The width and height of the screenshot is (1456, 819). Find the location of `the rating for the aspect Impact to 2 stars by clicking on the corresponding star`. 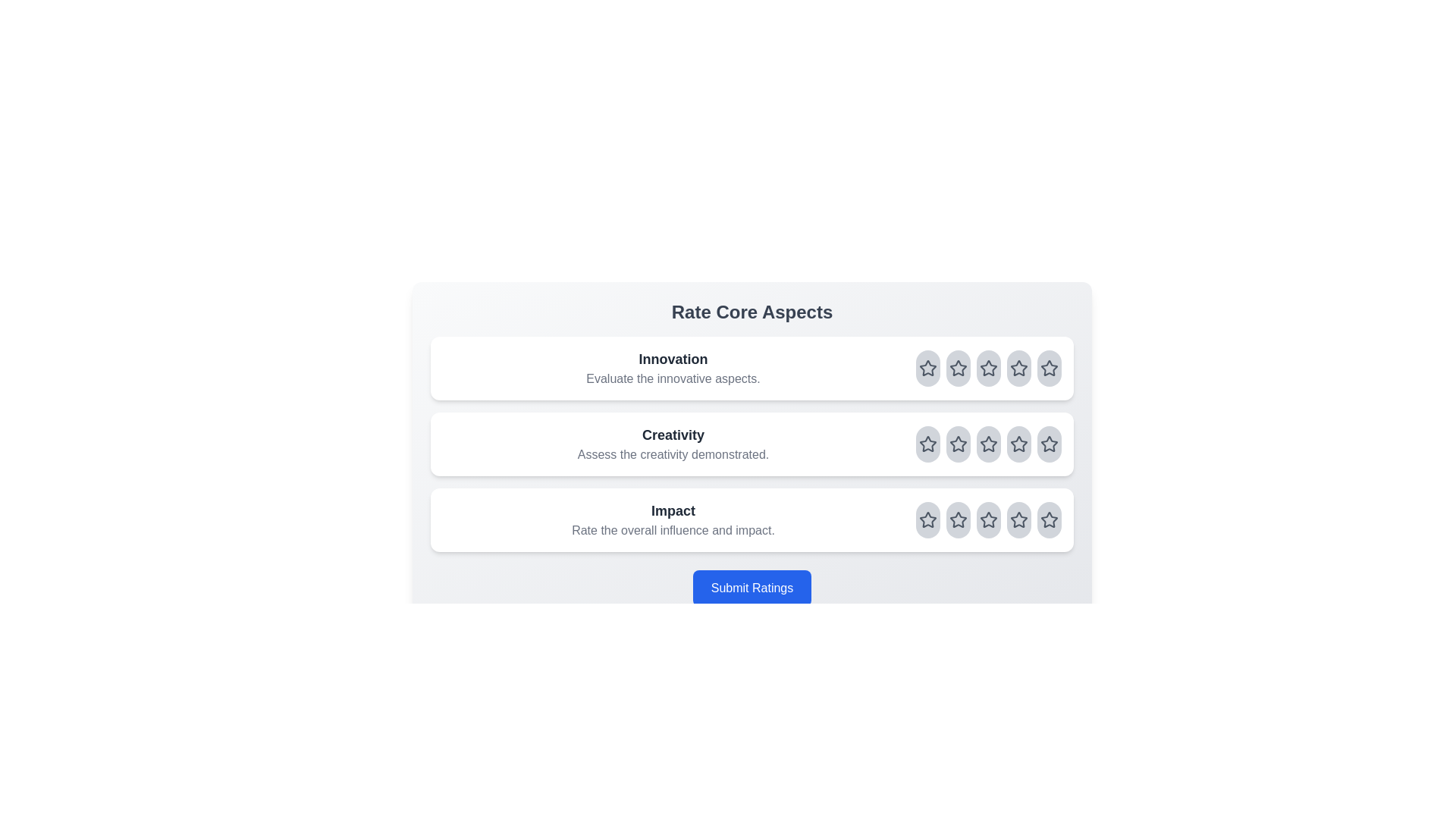

the rating for the aspect Impact to 2 stars by clicking on the corresponding star is located at coordinates (957, 519).